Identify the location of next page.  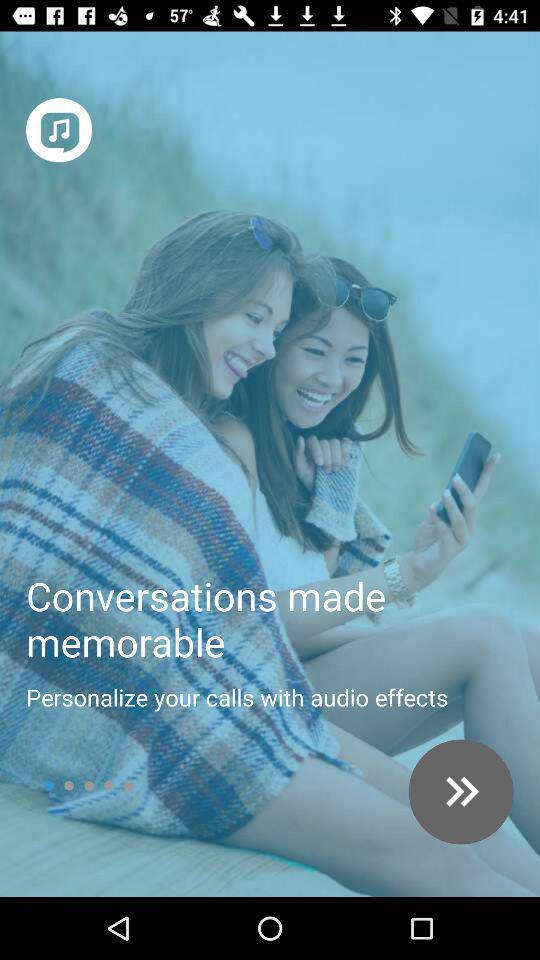
(461, 792).